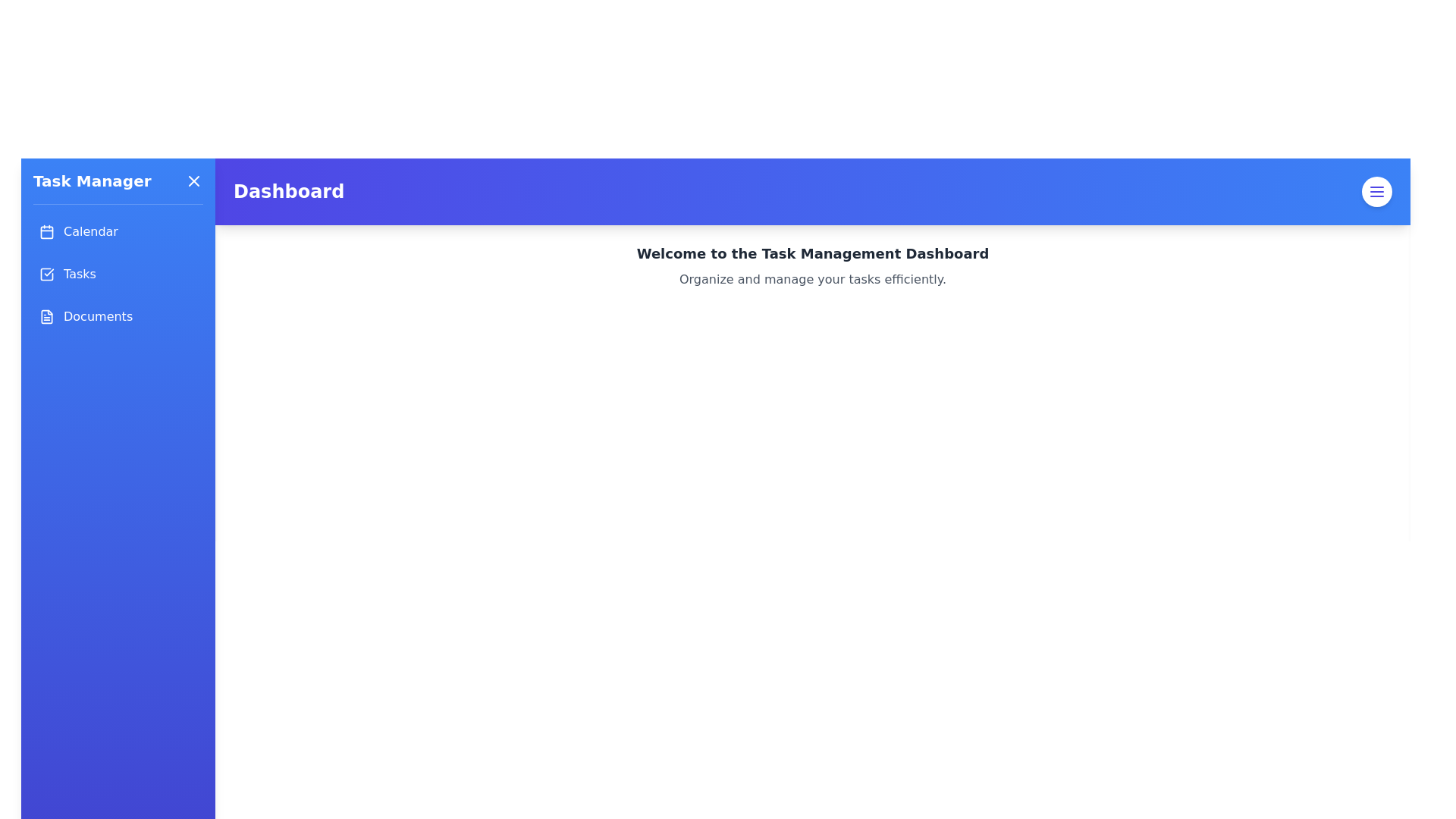 This screenshot has height=819, width=1456. What do you see at coordinates (47, 231) in the screenshot?
I see `the decorative rectangle inside the calendar icon located in the left side navigation menu next to the 'Calendar' label` at bounding box center [47, 231].